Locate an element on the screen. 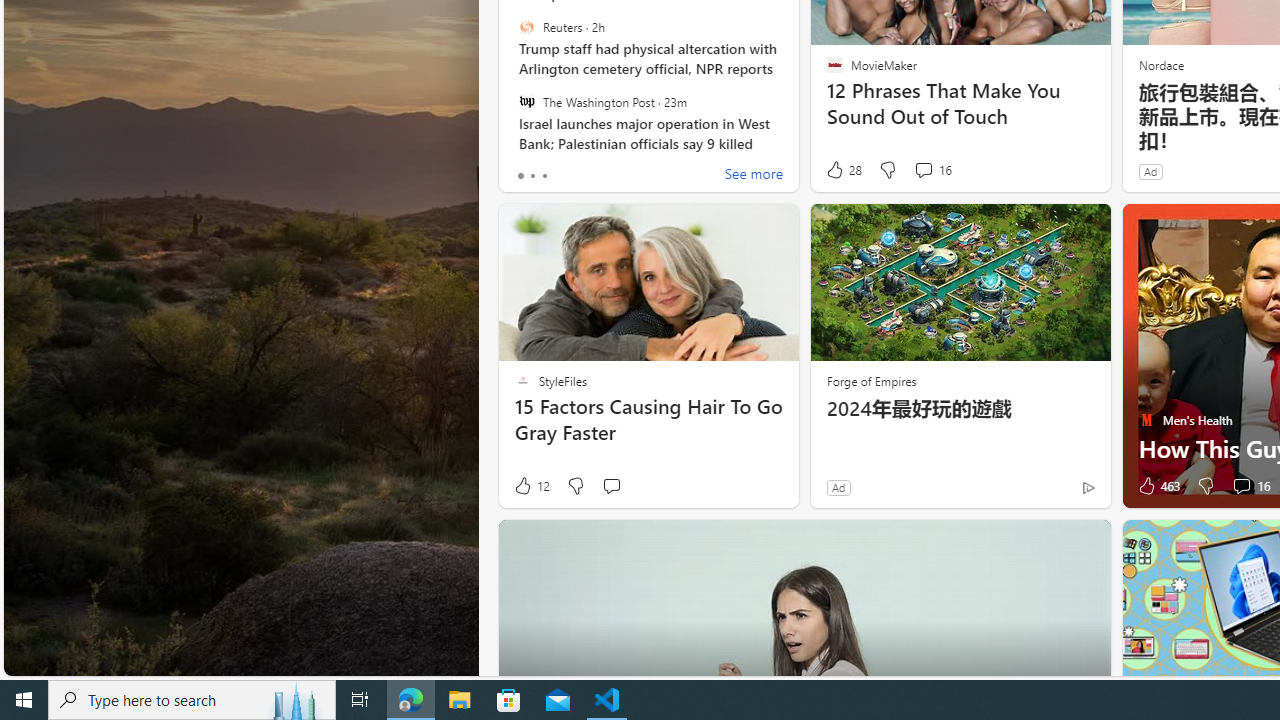  'View comments 16 Comment' is located at coordinates (1248, 486).